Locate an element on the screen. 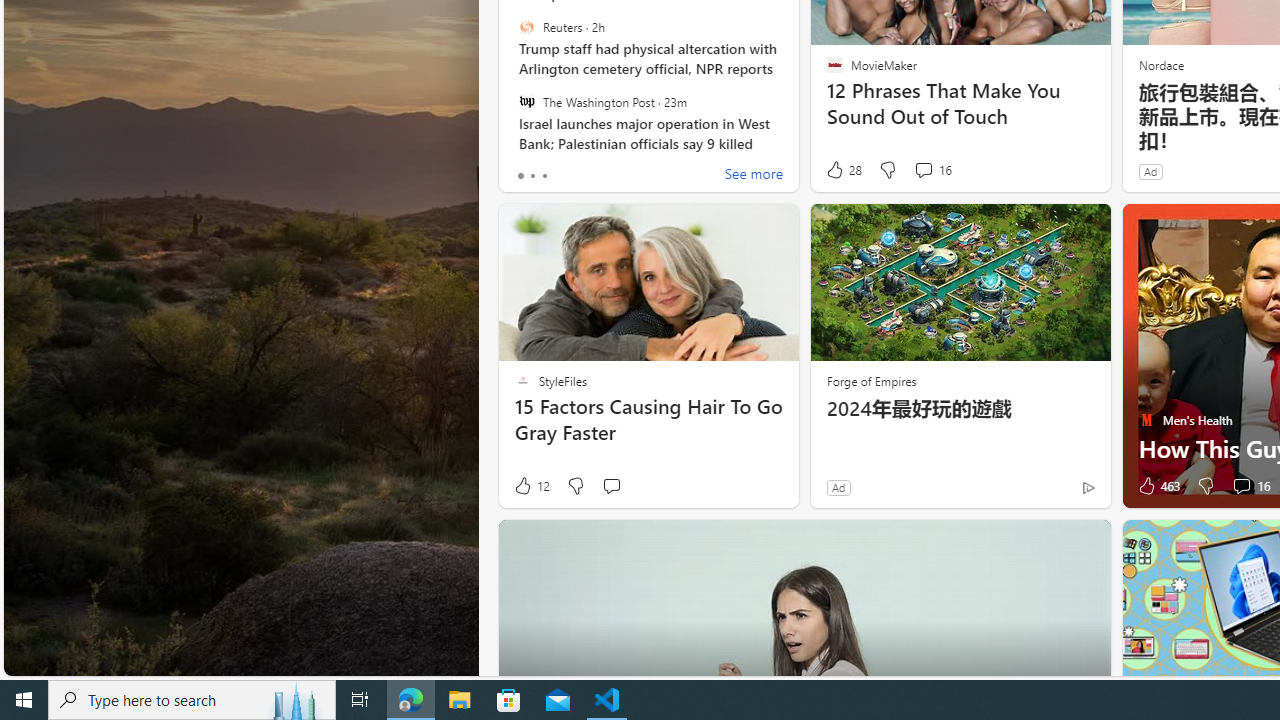  'View comments 16 Comment' is located at coordinates (1248, 486).